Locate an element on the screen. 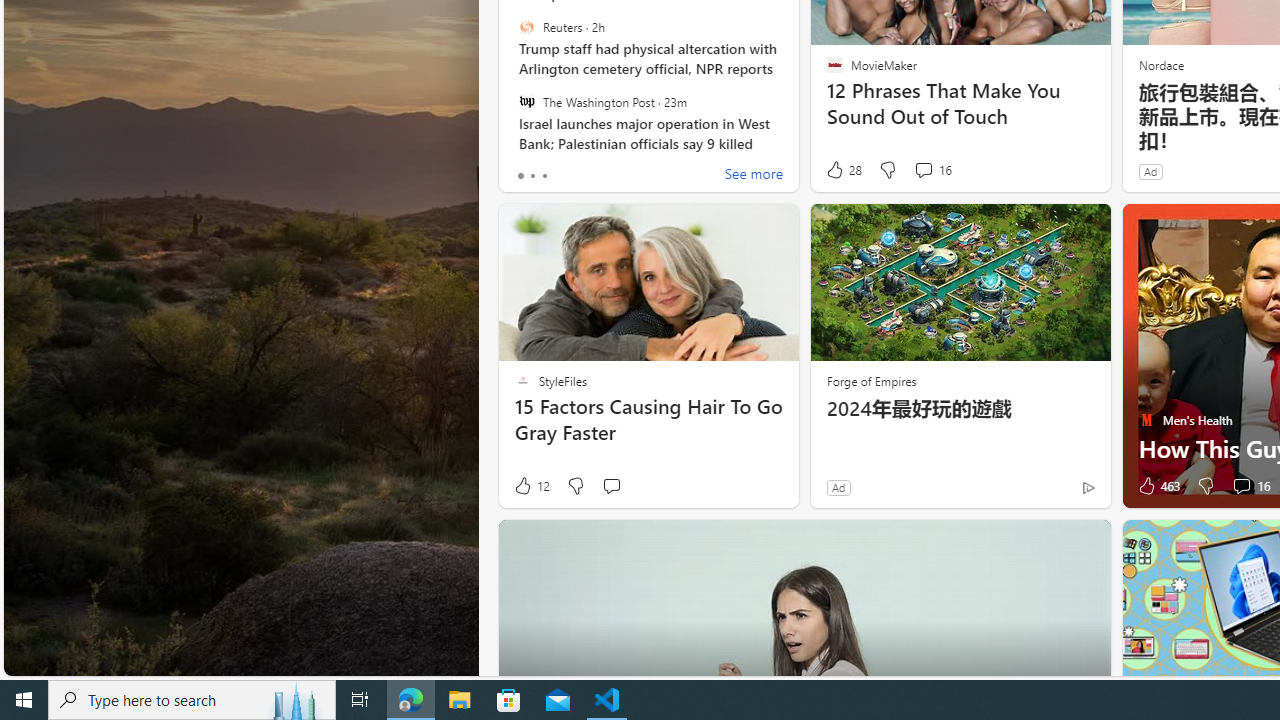  'View comments 16 Comment' is located at coordinates (1248, 486).